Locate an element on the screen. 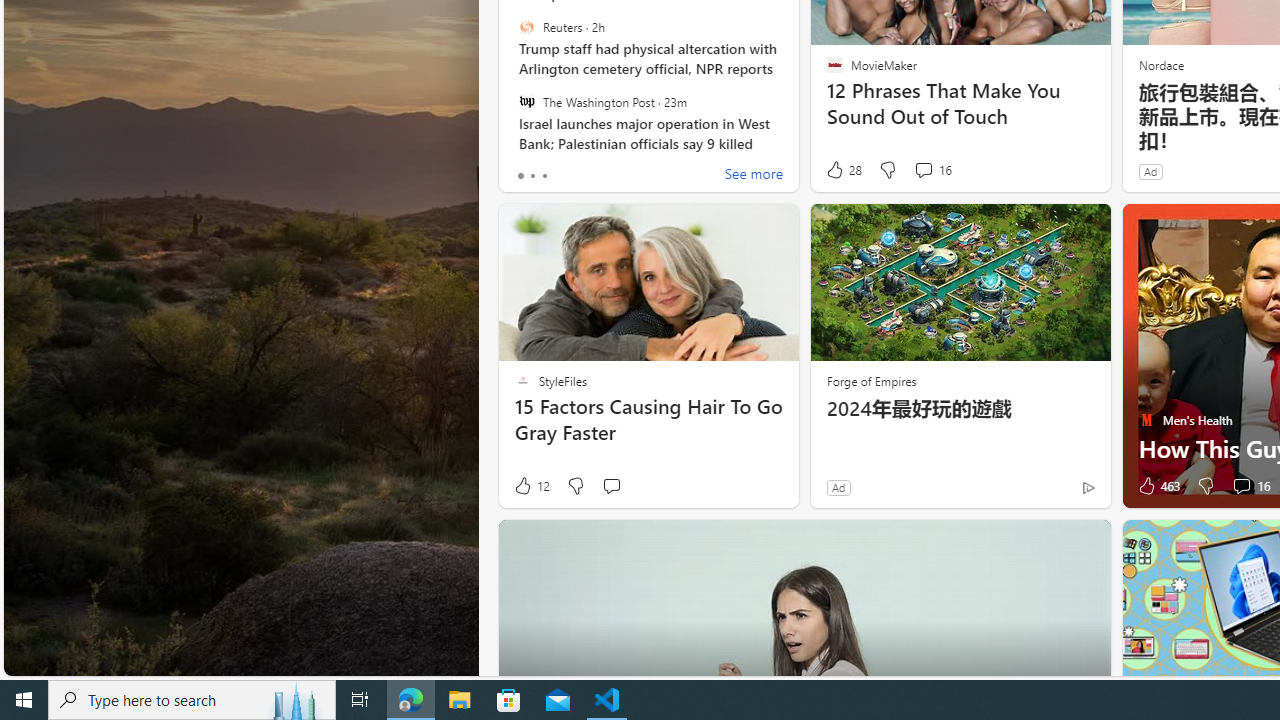  'View comments 16 Comment' is located at coordinates (1248, 486).